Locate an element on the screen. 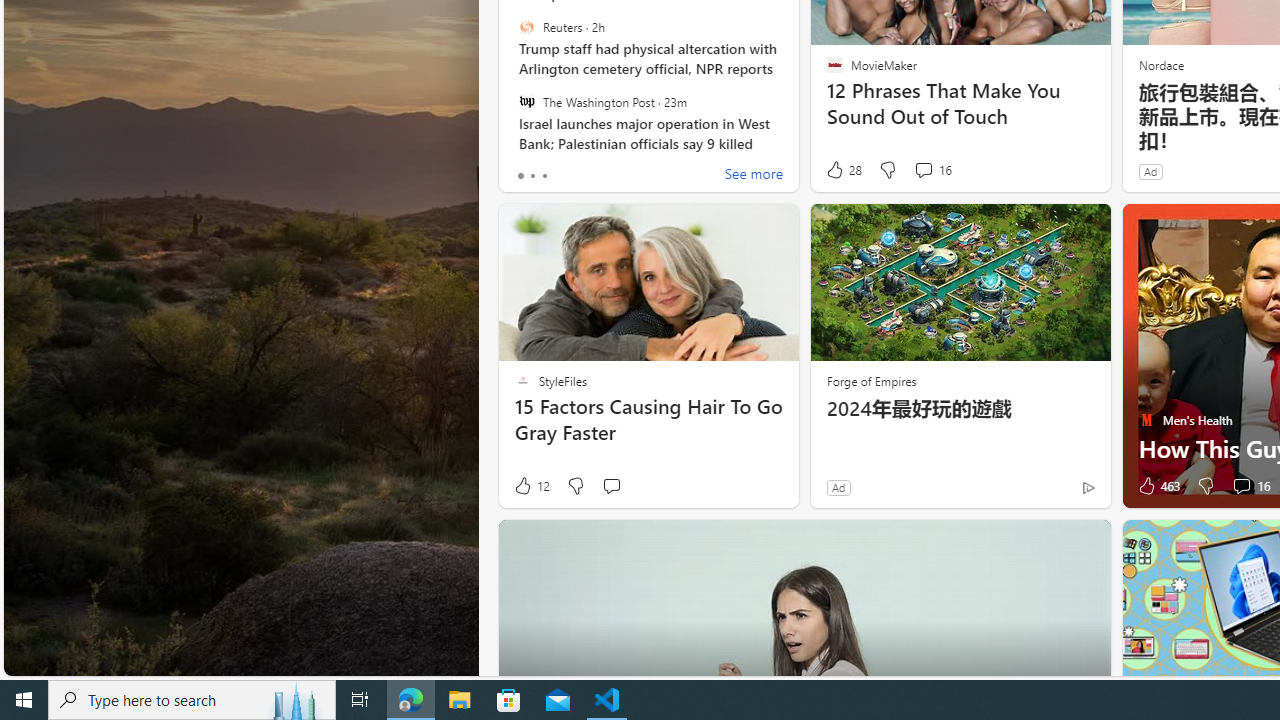  'View comments 16 Comment' is located at coordinates (1248, 486).